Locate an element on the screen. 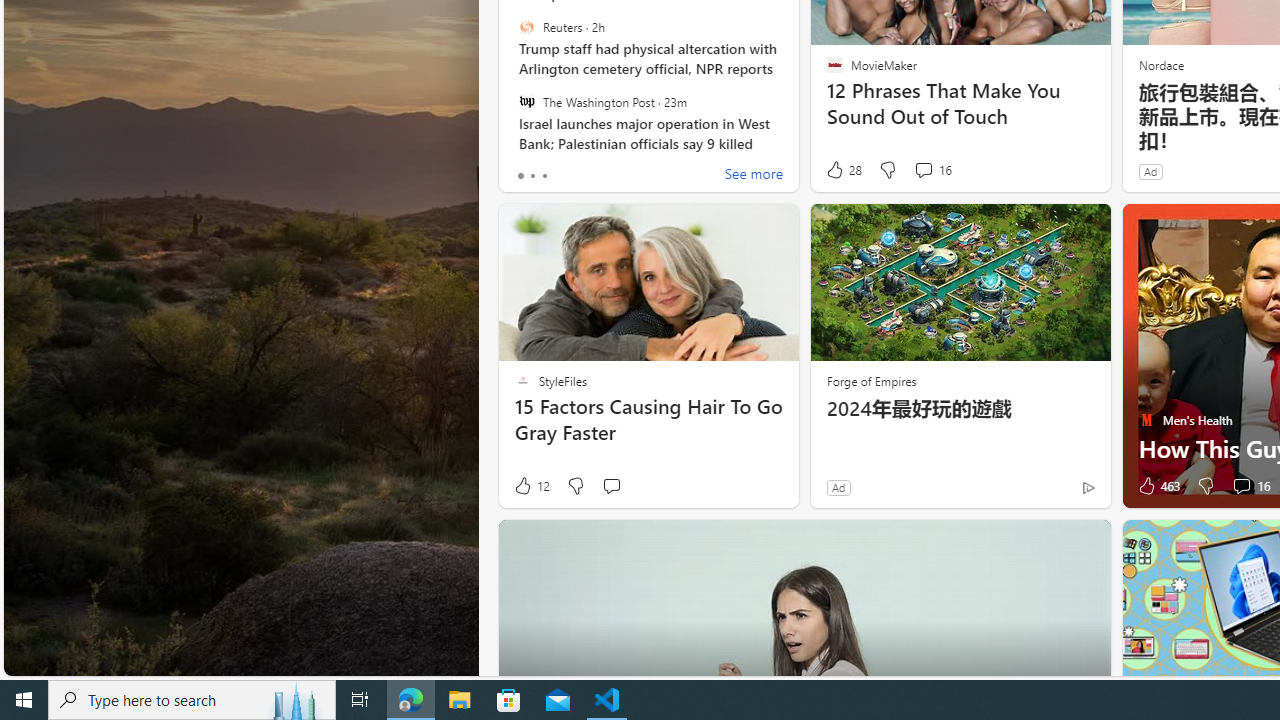  'View comments 16 Comment' is located at coordinates (1248, 486).